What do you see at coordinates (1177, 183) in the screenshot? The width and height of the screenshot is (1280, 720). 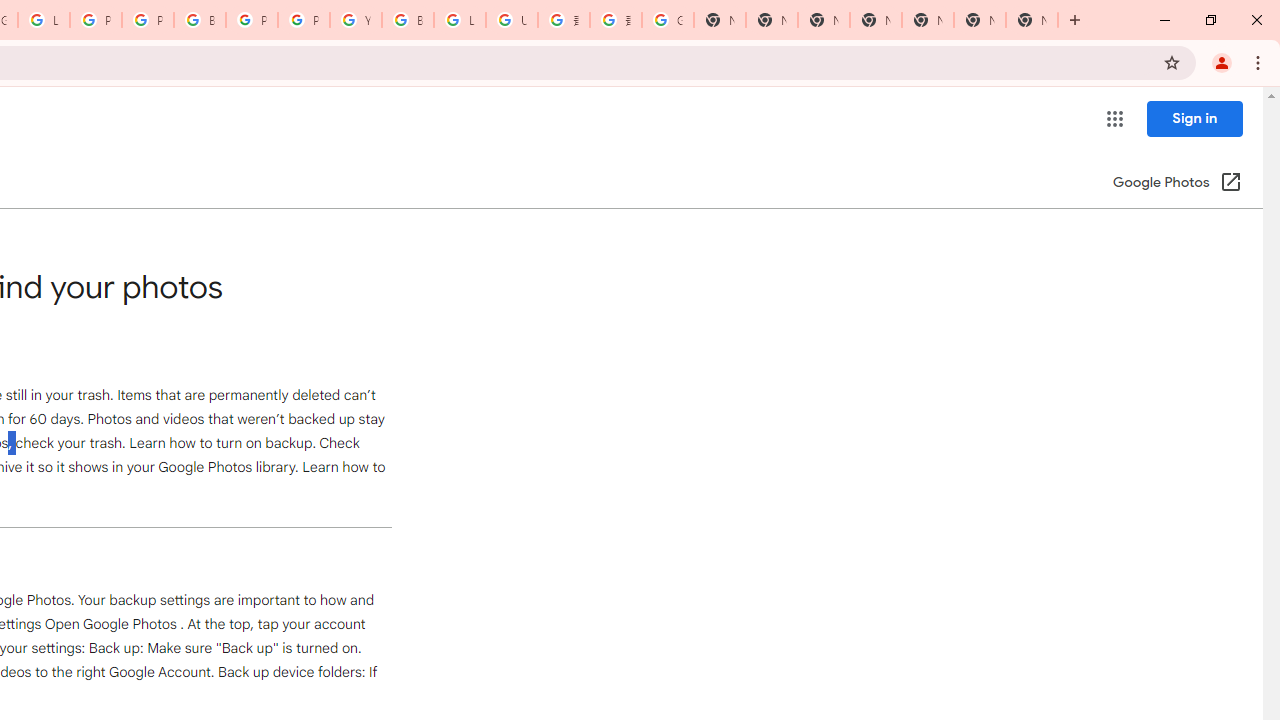 I see `'Google Photos (Open in a new window)'` at bounding box center [1177, 183].